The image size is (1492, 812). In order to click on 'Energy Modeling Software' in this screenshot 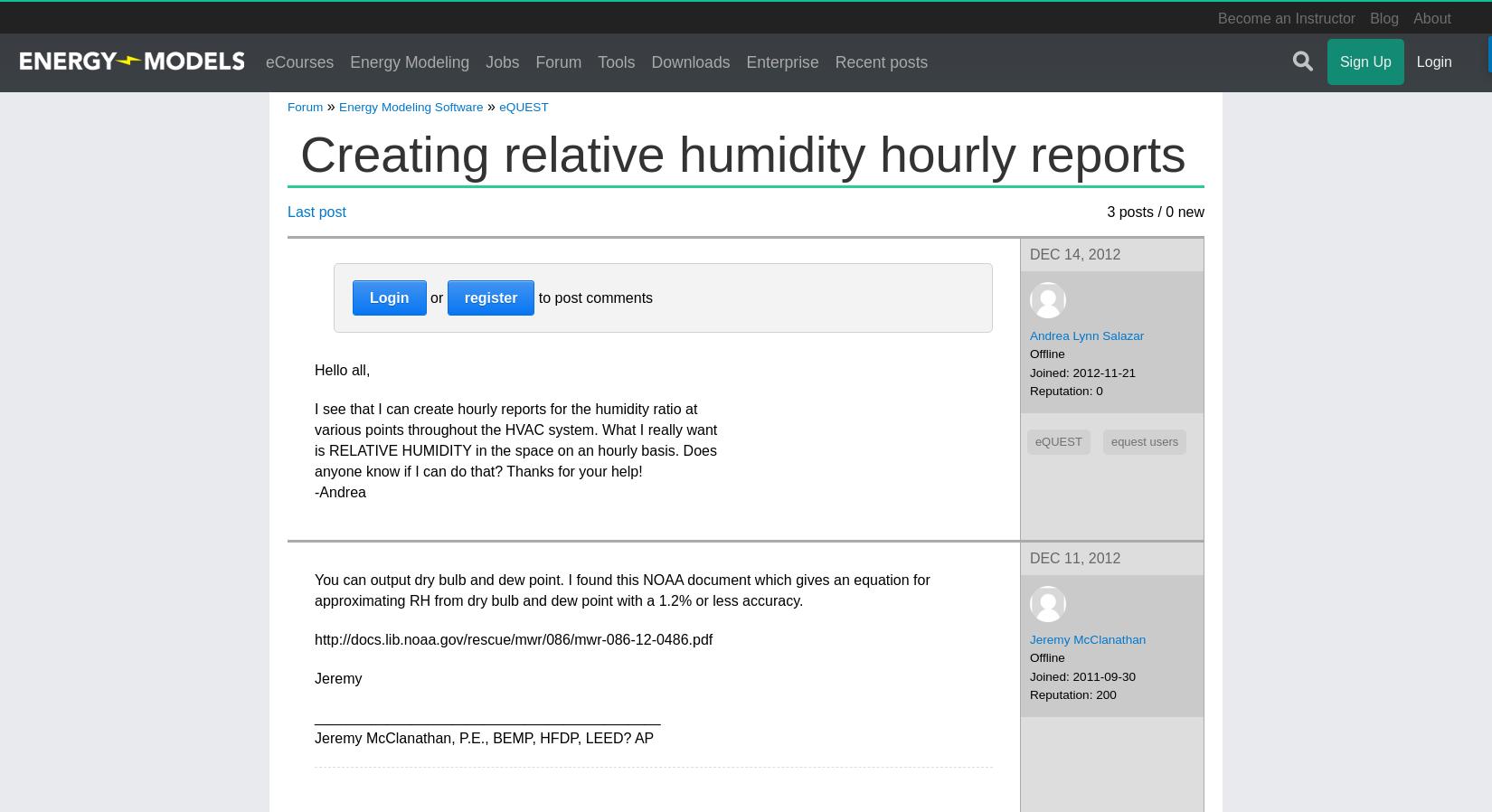, I will do `click(410, 105)`.